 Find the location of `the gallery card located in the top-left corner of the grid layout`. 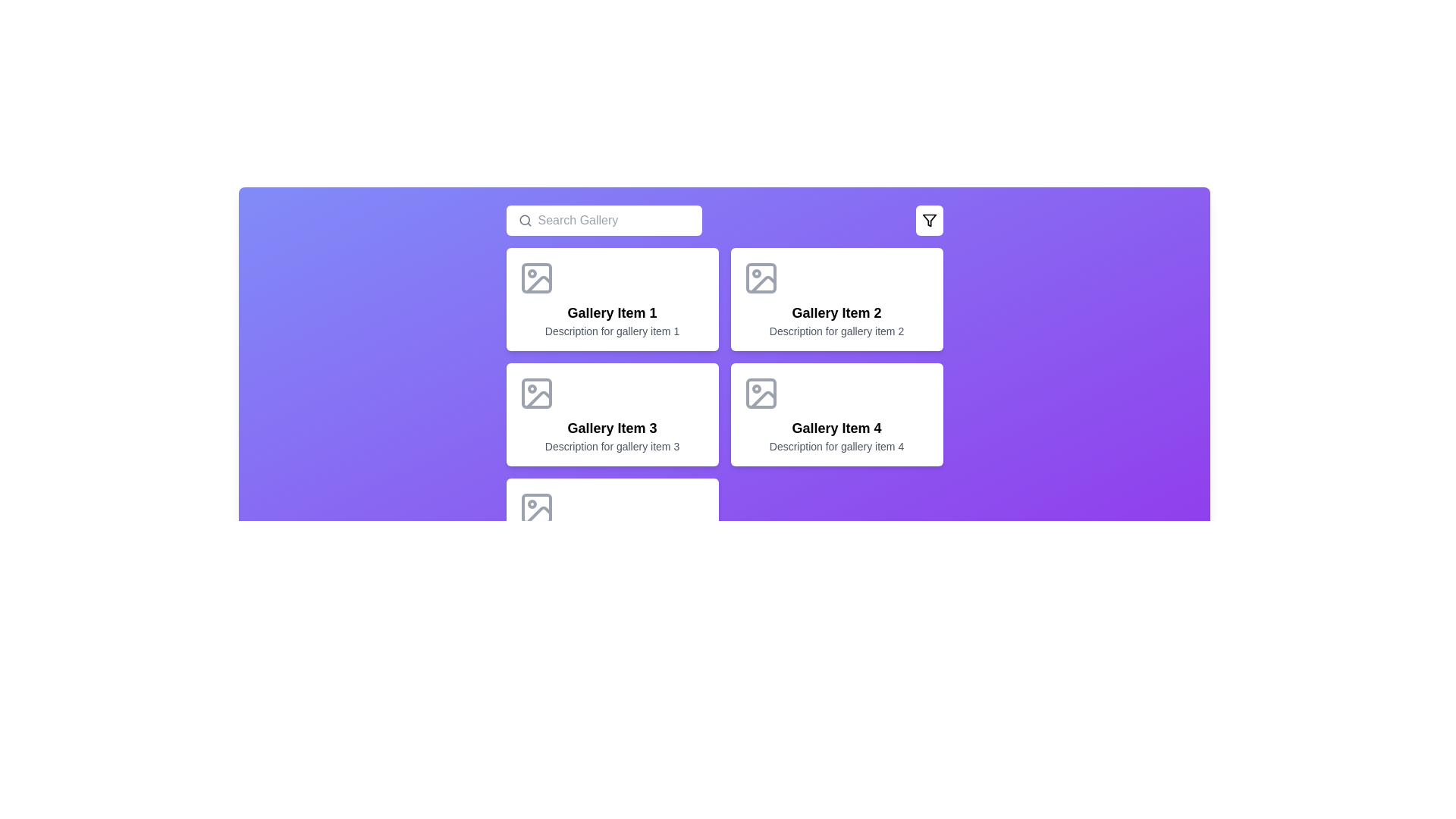

the gallery card located in the top-left corner of the grid layout is located at coordinates (612, 299).